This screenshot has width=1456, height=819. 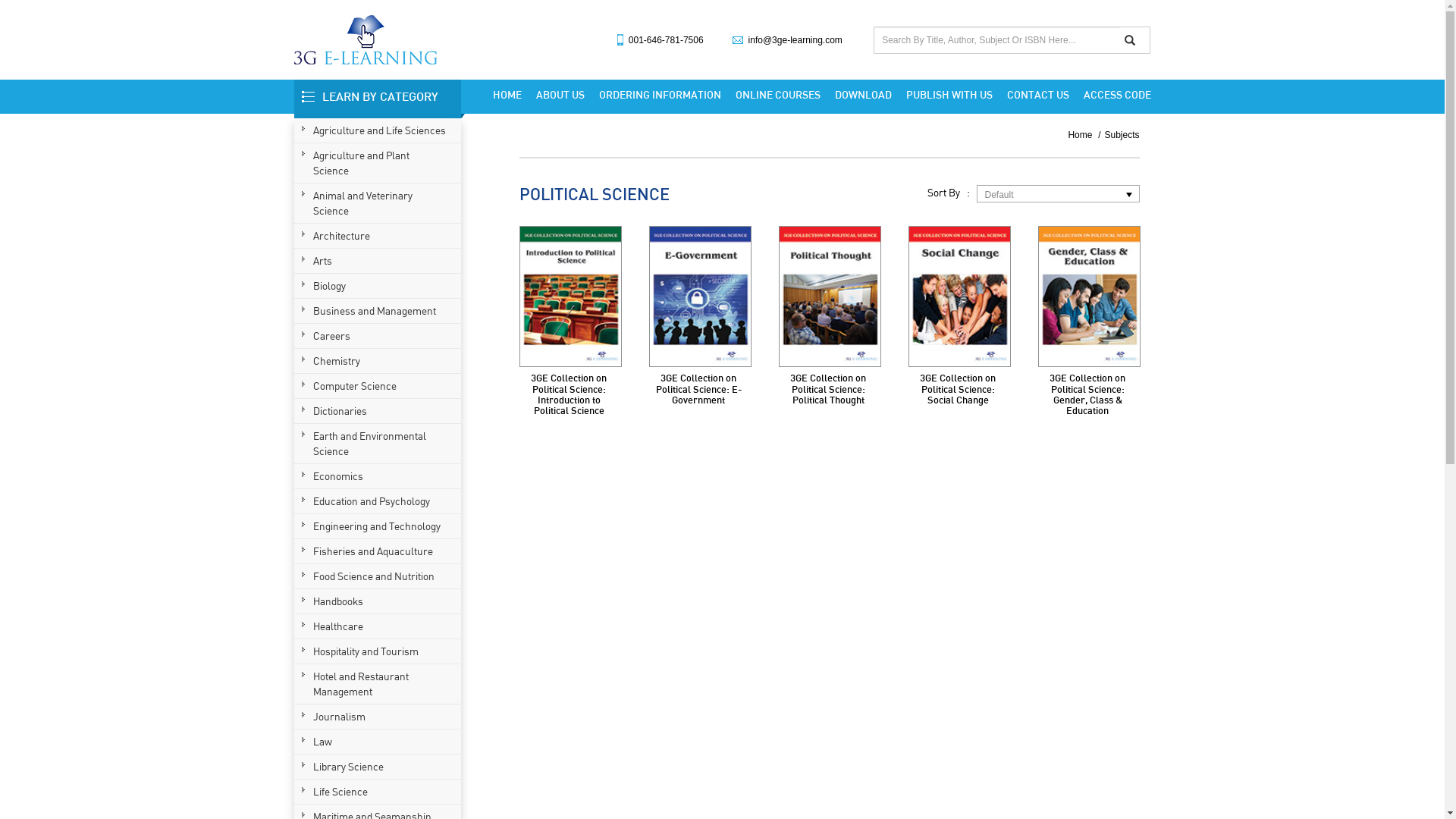 I want to click on 'ORDERING INFORMATION', so click(x=660, y=94).